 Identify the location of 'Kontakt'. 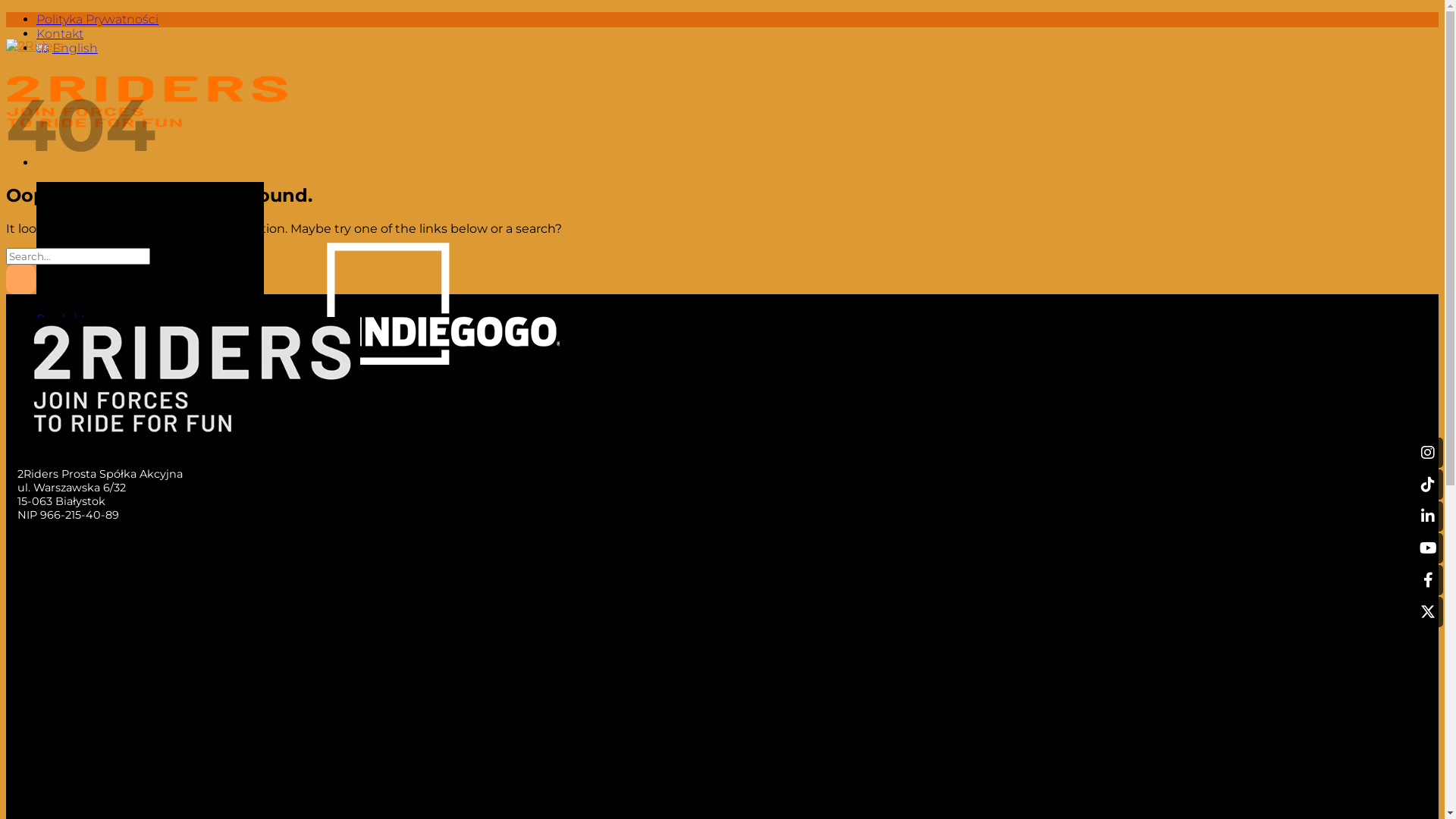
(59, 33).